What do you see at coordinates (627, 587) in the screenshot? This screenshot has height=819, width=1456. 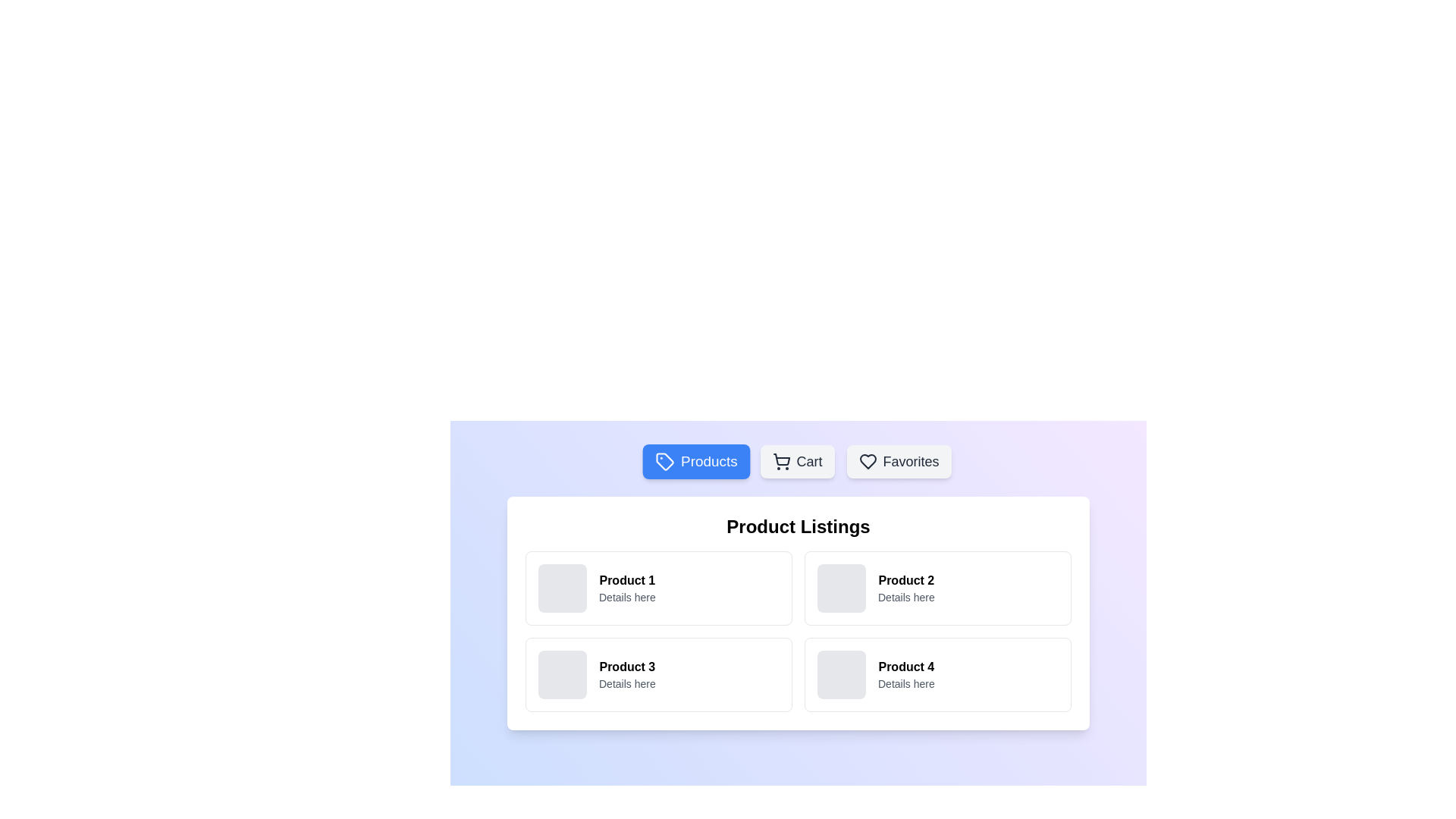 I see `the textual component that provides the title and description of the product, located in the top-left corner of the first product card in the 'Product Listings' grid` at bounding box center [627, 587].